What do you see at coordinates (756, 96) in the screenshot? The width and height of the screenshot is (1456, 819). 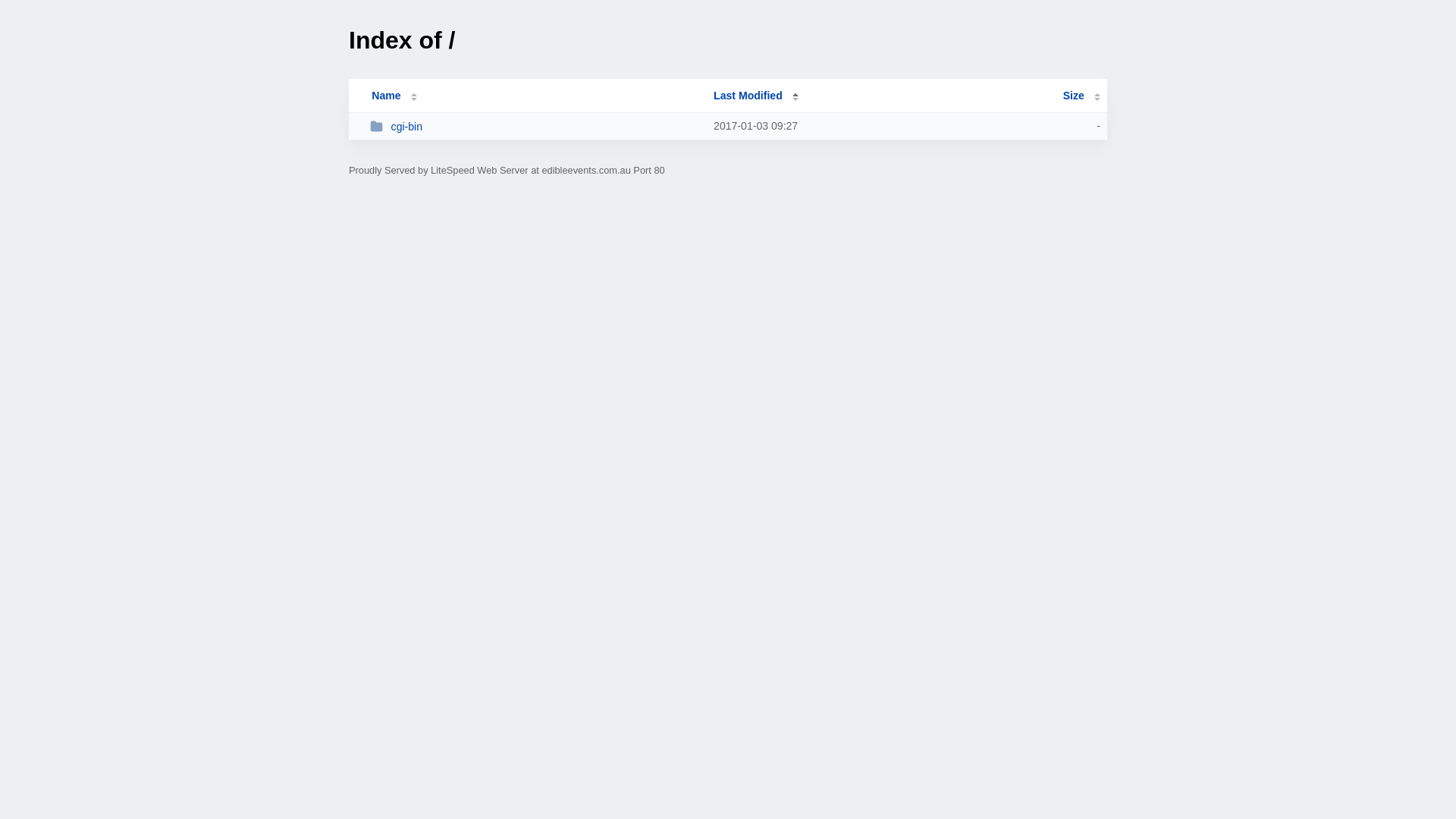 I see `'Last Modified'` at bounding box center [756, 96].